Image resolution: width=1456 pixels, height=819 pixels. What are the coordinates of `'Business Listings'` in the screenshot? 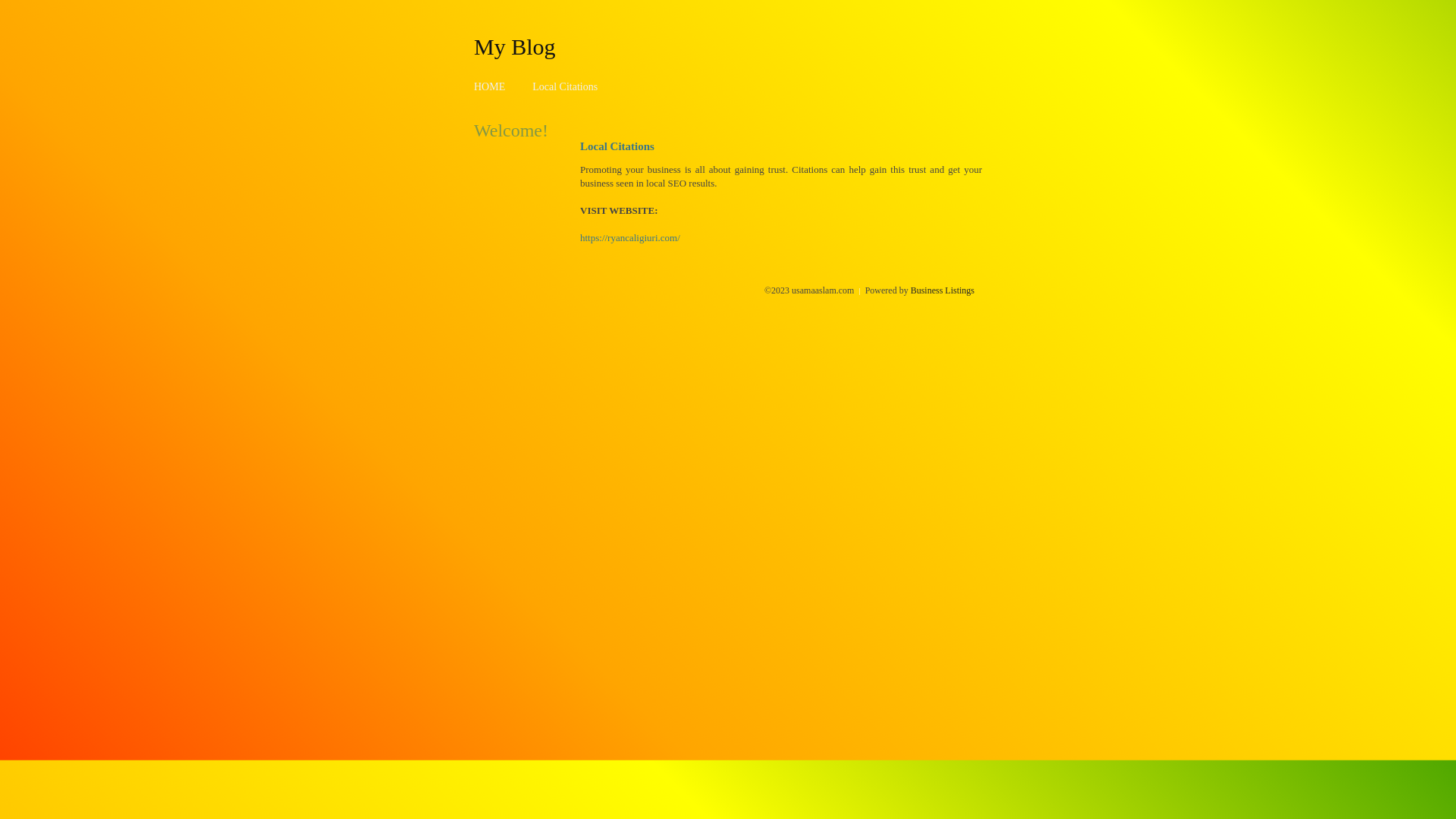 It's located at (942, 290).